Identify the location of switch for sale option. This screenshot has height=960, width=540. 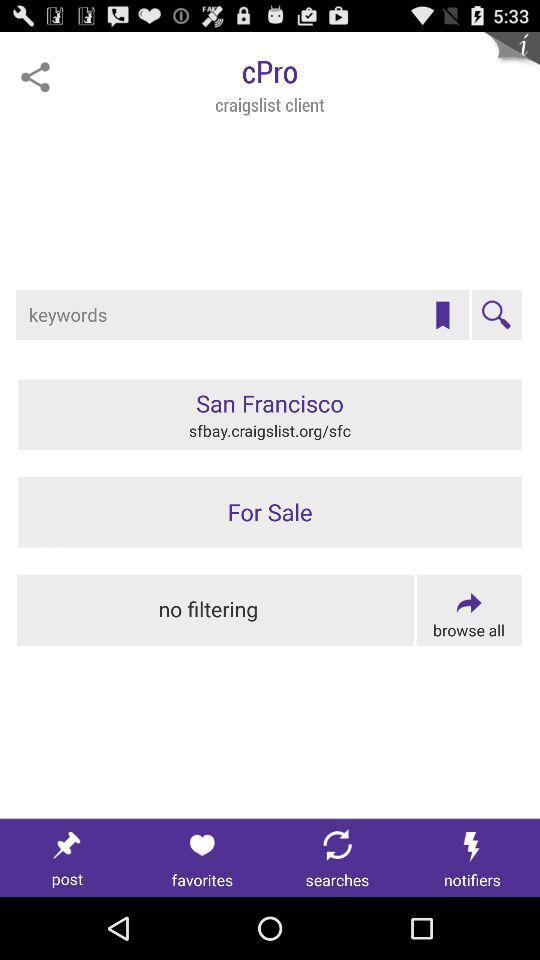
(270, 511).